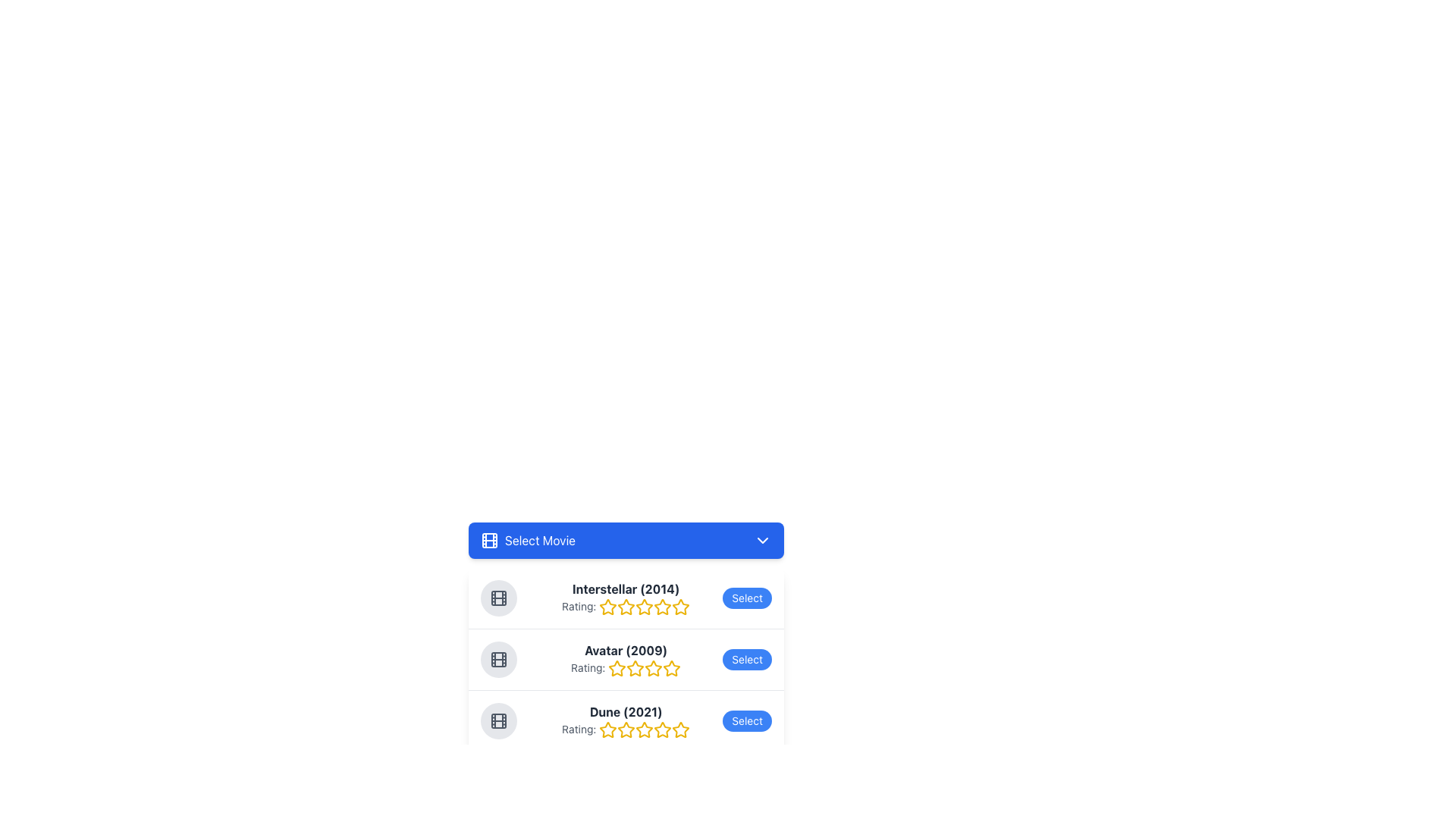  I want to click on the context of the fifth star icon in the rating component for 'Dune (2021)', which is hollow and has a yellow border, indicating its position in a sequence of stars for rating display, so click(663, 730).